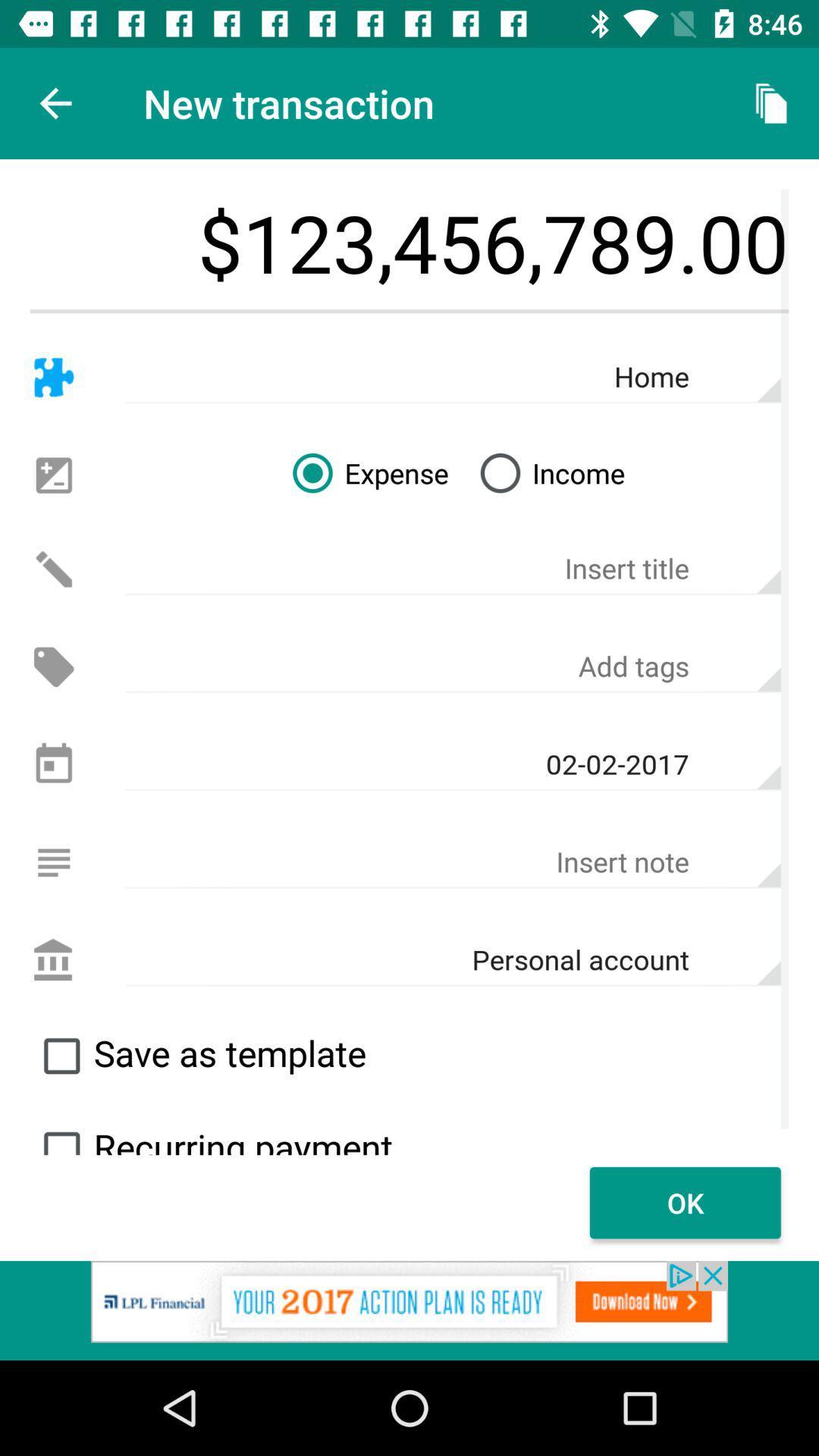  I want to click on advertisement, so click(409, 1310).